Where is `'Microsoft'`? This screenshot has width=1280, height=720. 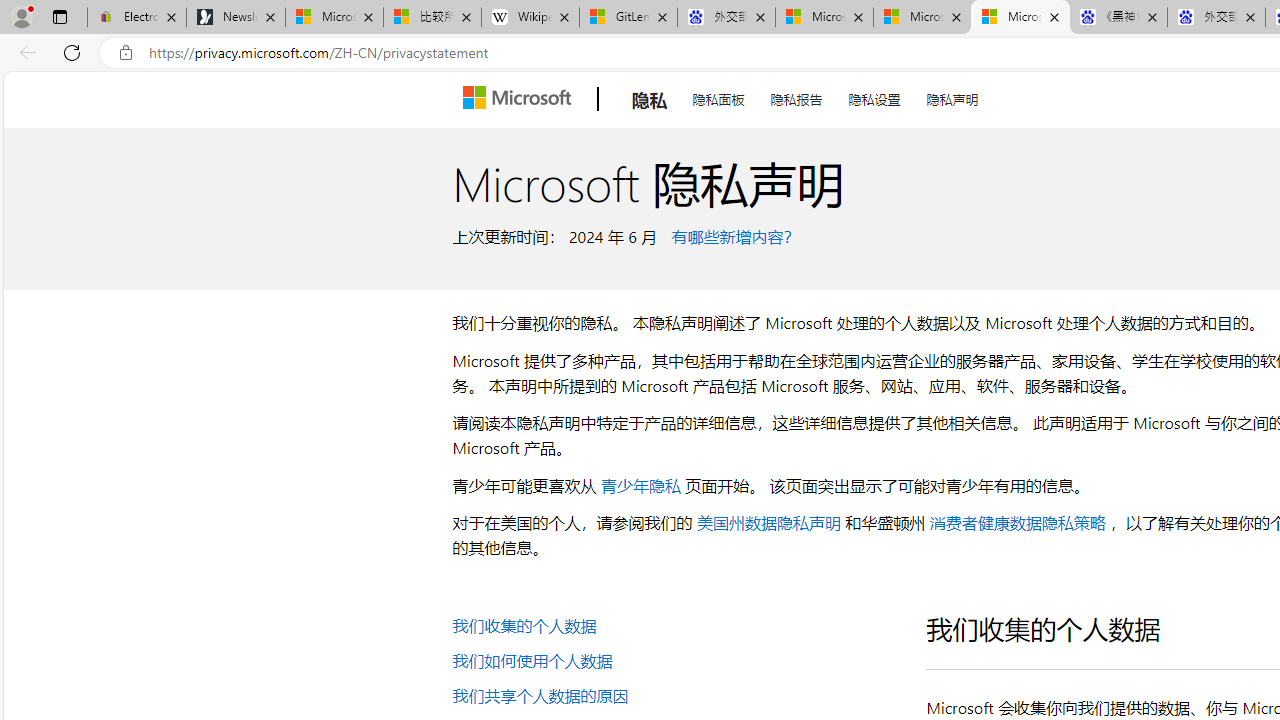
'Microsoft' is located at coordinates (520, 99).